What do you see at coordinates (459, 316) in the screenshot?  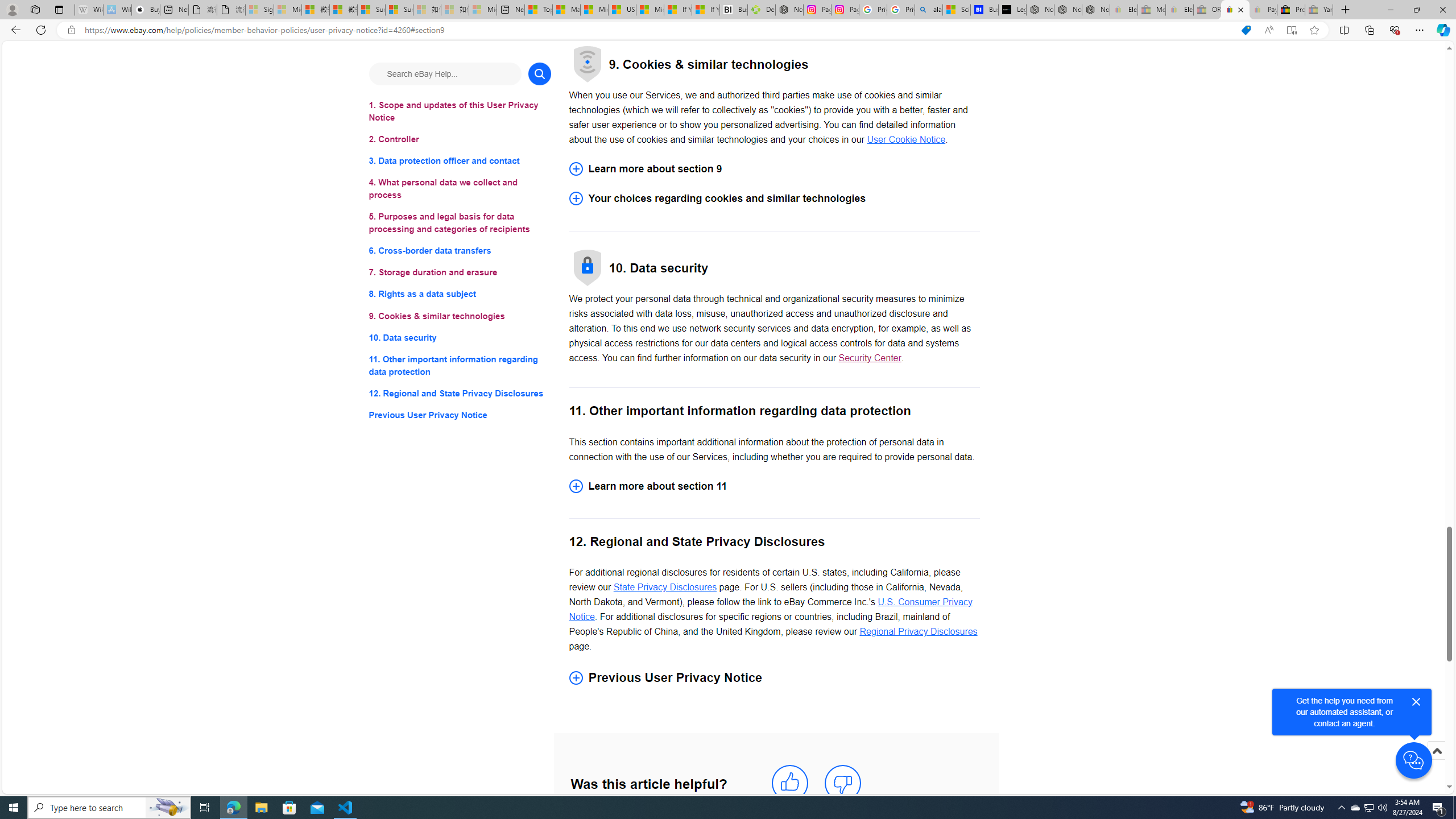 I see `'9. Cookies & similar technologies'` at bounding box center [459, 316].